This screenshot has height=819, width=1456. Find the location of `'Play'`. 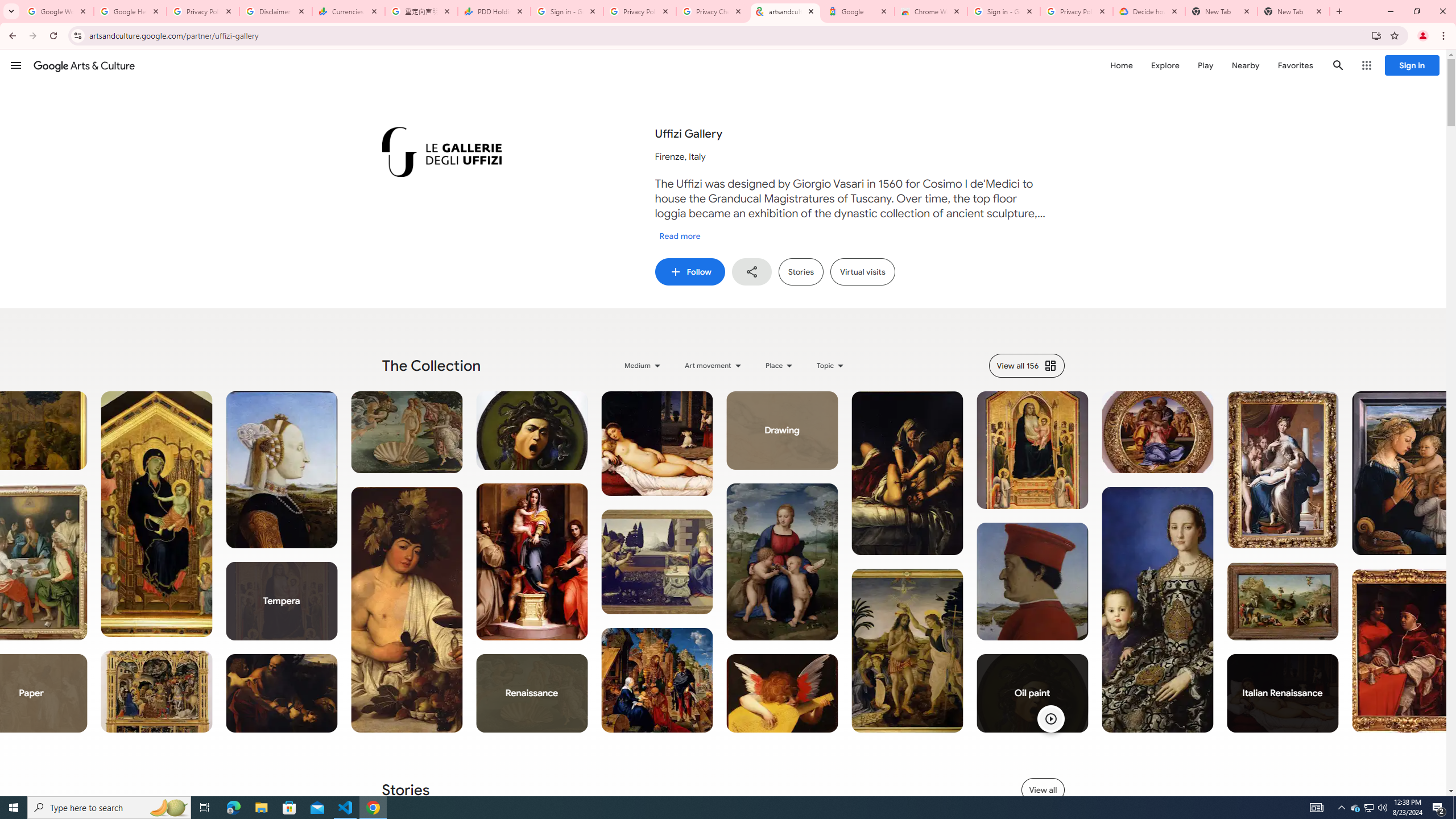

'Play' is located at coordinates (1205, 65).